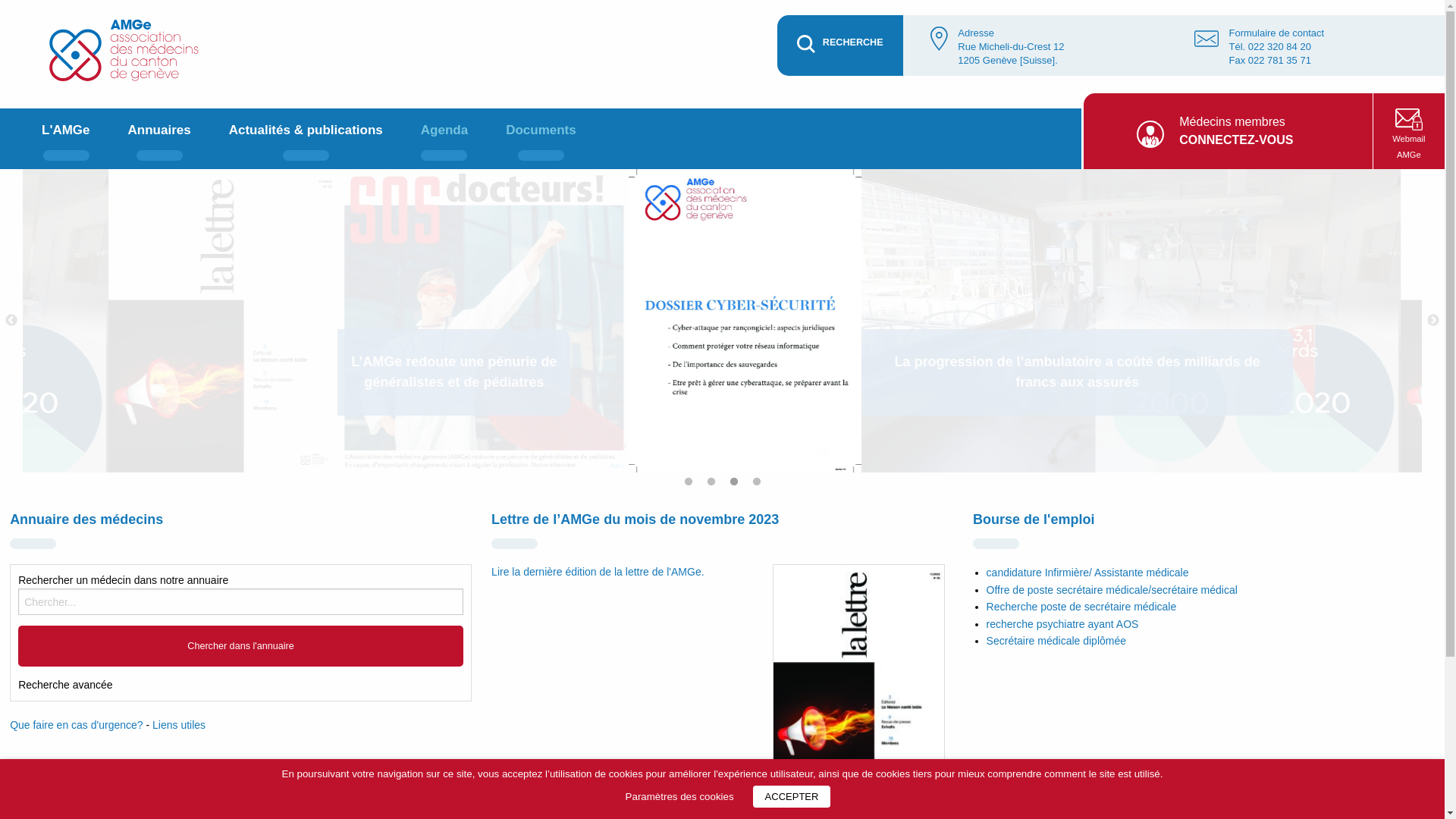  I want to click on 'Webmail, so click(1407, 130).